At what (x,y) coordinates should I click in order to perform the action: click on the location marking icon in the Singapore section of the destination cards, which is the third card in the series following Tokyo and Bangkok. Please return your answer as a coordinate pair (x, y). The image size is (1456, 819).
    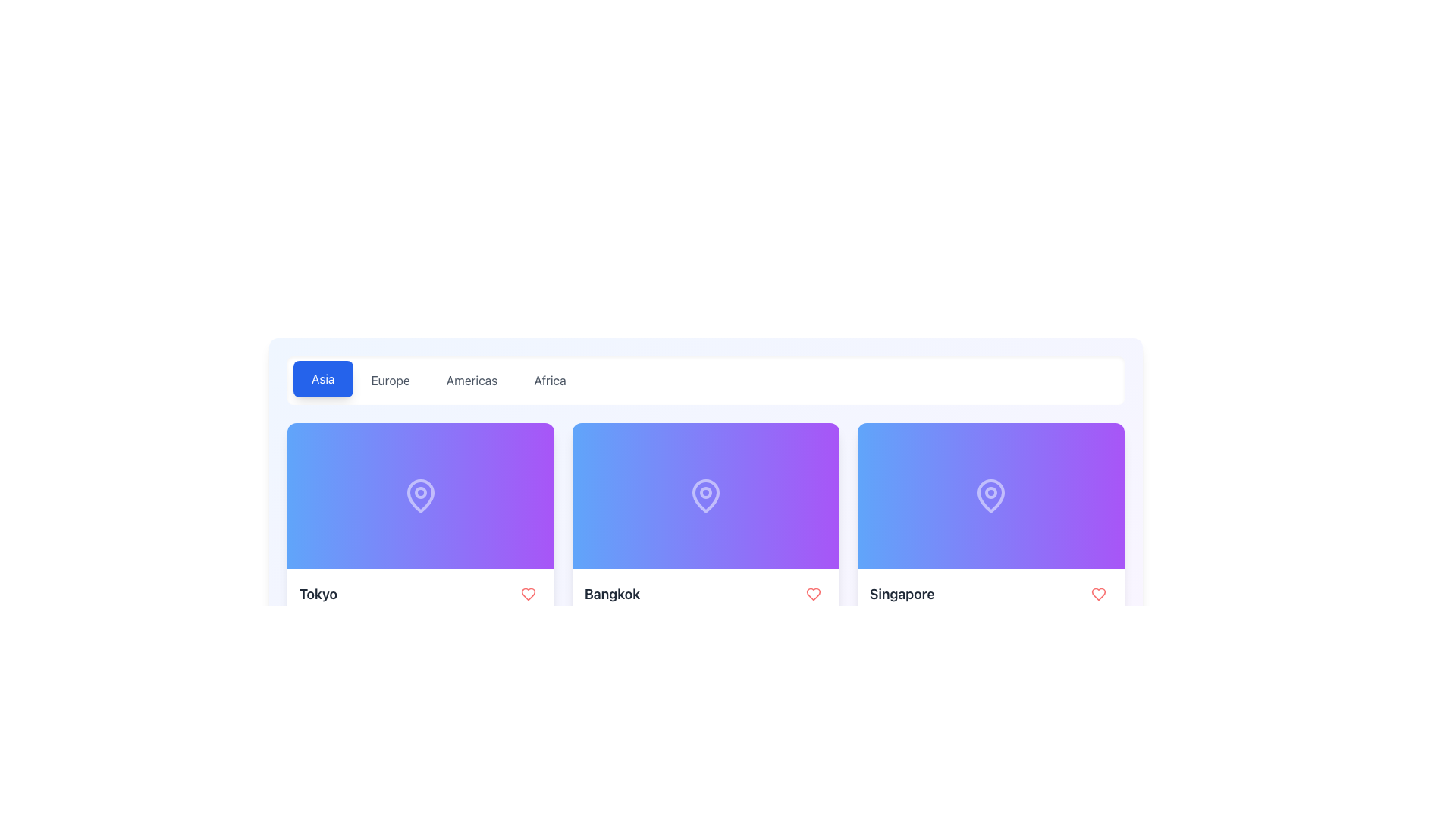
    Looking at the image, I should click on (990, 496).